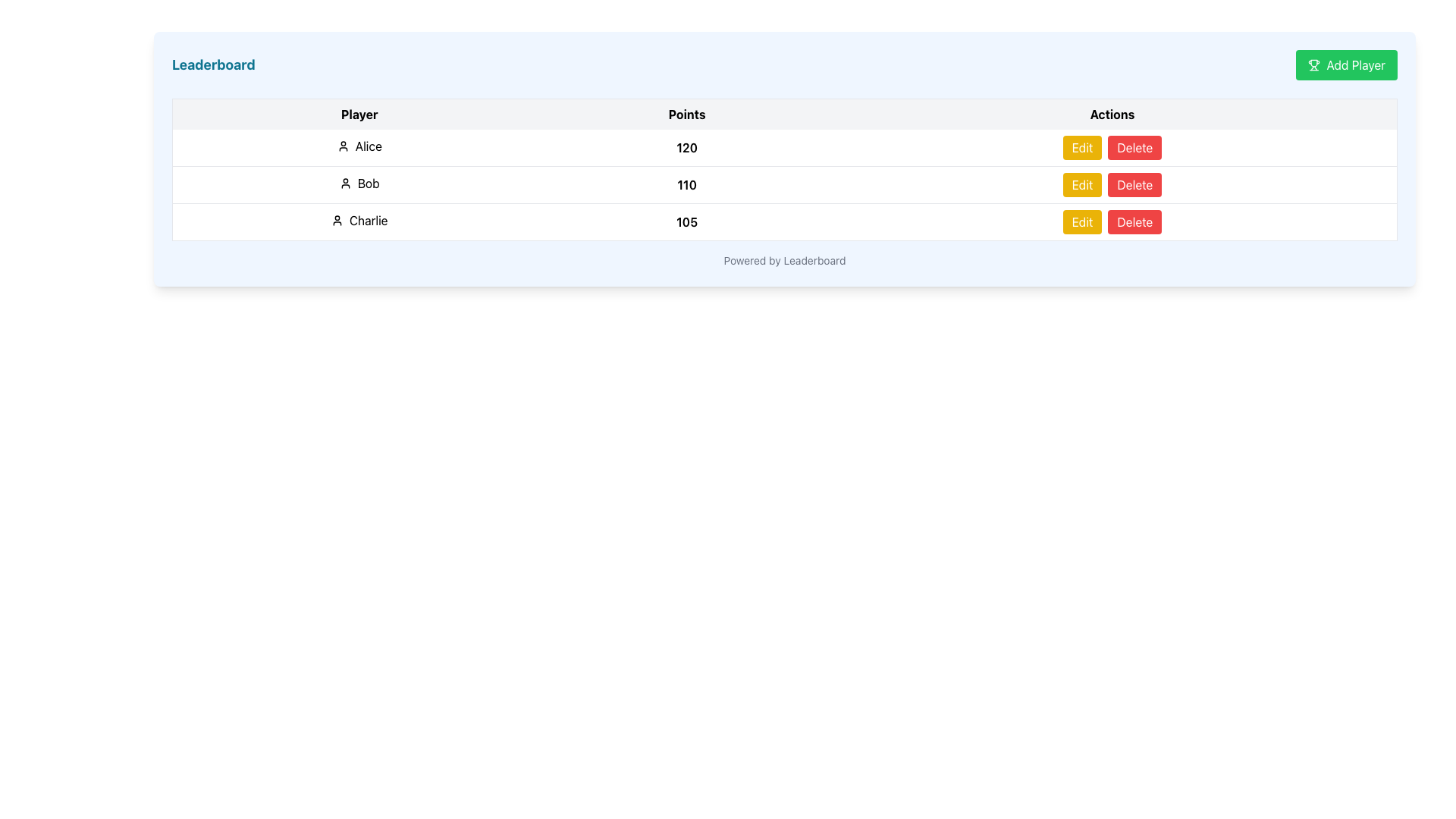  Describe the element at coordinates (359, 220) in the screenshot. I see `the user icon next to the text 'Charlie' in the third row of the leaderboard table under the 'Player' column` at that location.